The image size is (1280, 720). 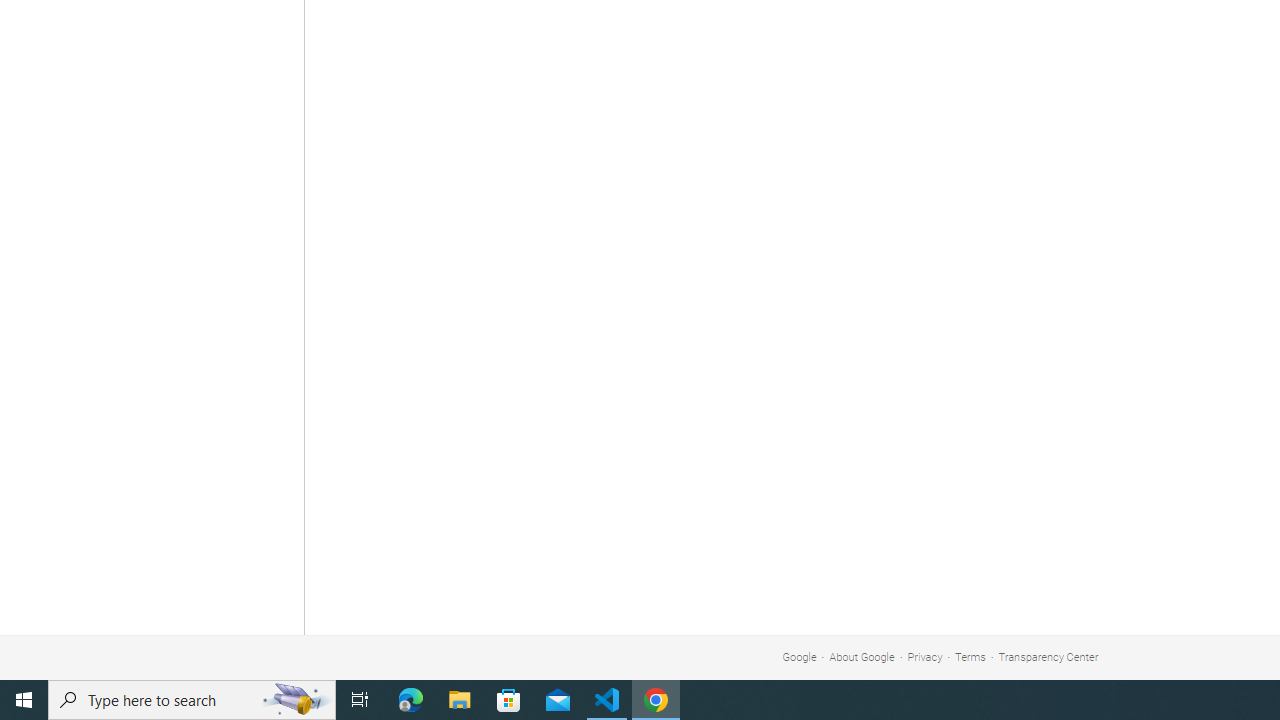 I want to click on 'Terms', so click(x=970, y=657).